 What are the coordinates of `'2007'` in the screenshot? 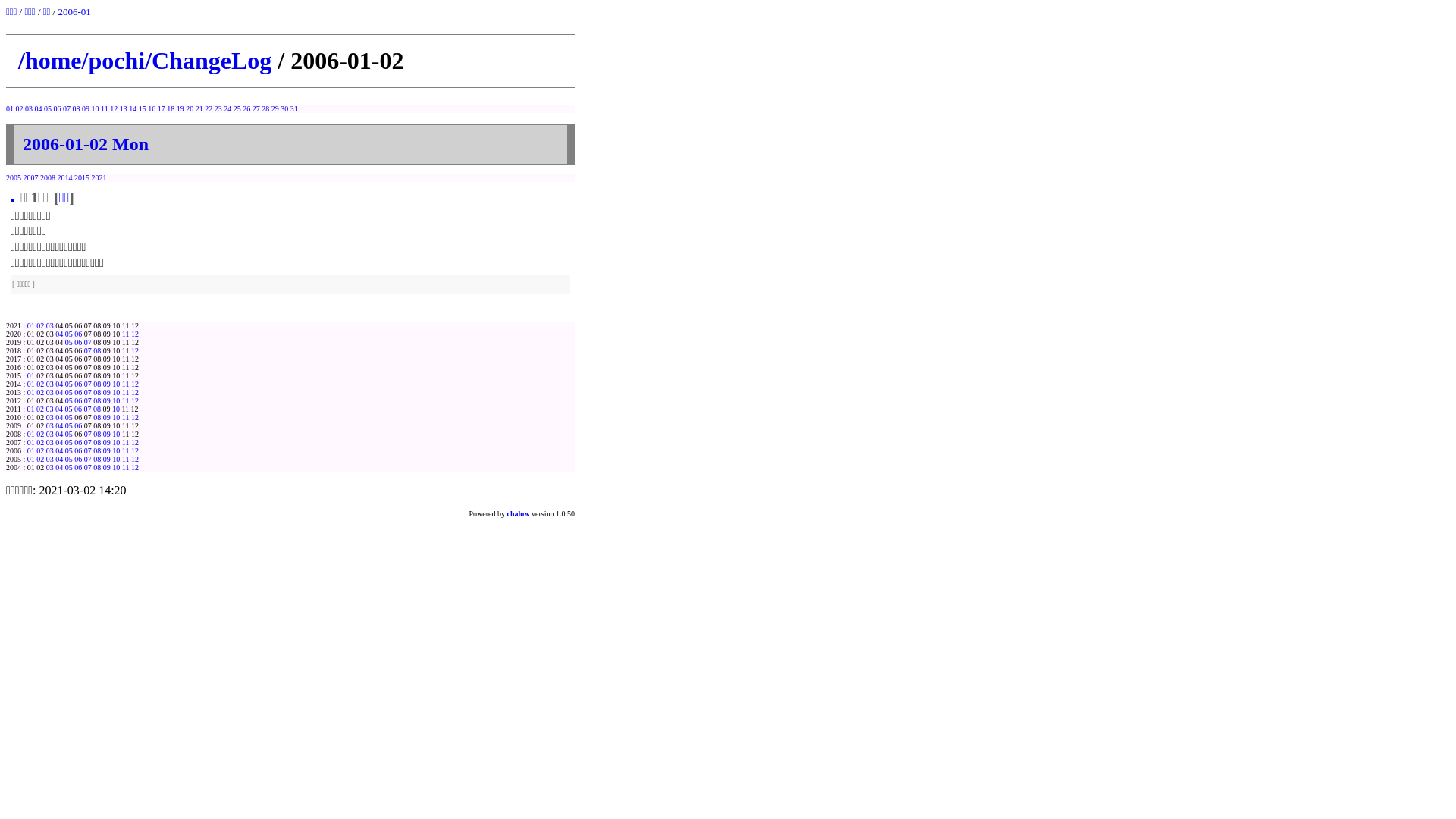 It's located at (30, 177).